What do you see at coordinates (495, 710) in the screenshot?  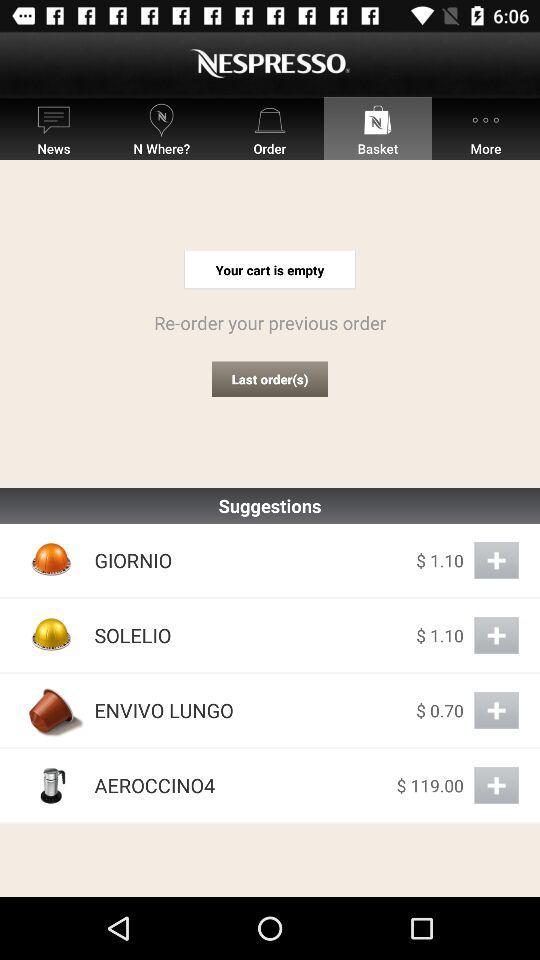 I see `envivo lungo to cart` at bounding box center [495, 710].